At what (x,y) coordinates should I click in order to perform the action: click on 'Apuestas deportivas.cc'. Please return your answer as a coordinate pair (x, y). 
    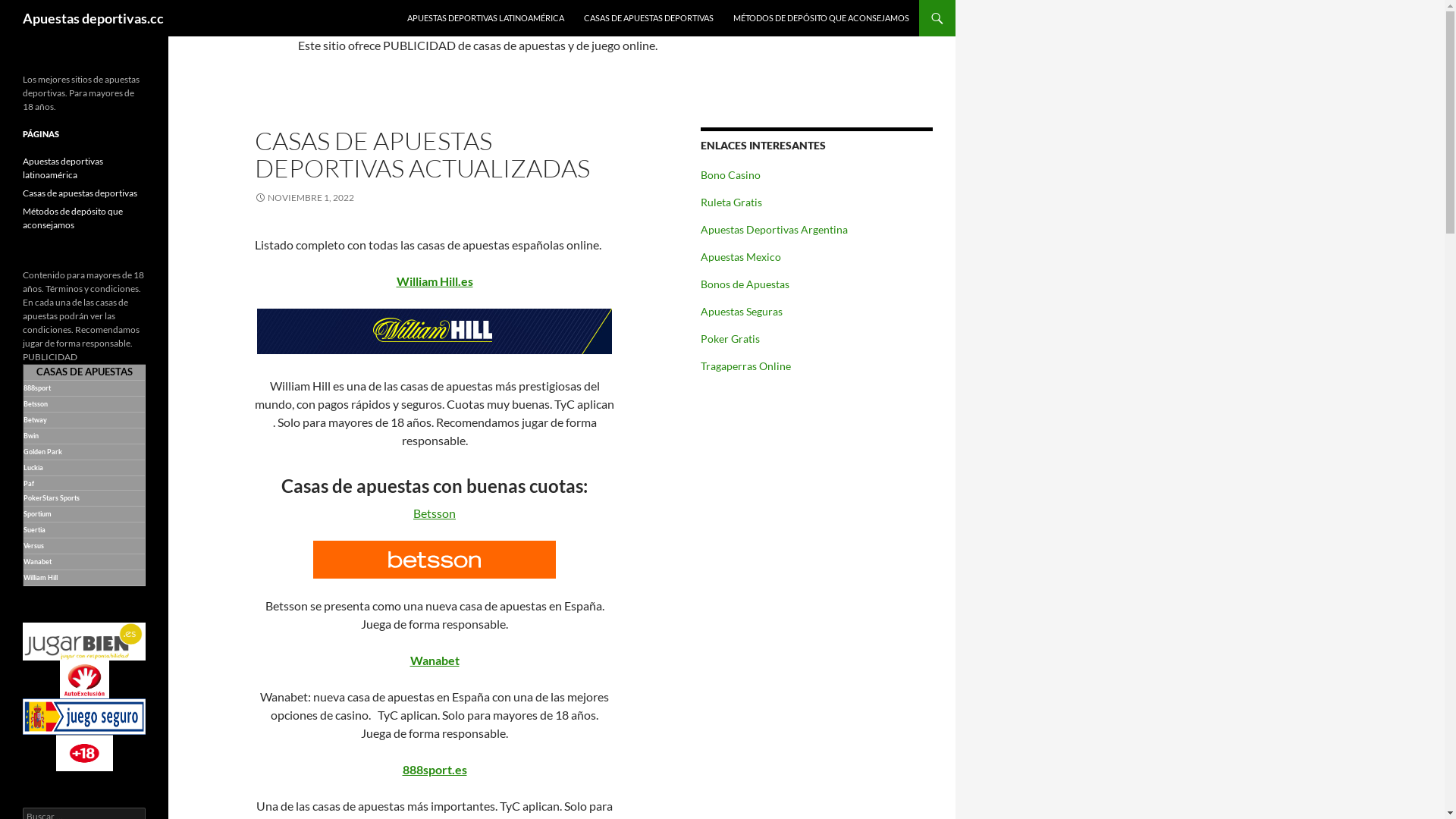
    Looking at the image, I should click on (93, 17).